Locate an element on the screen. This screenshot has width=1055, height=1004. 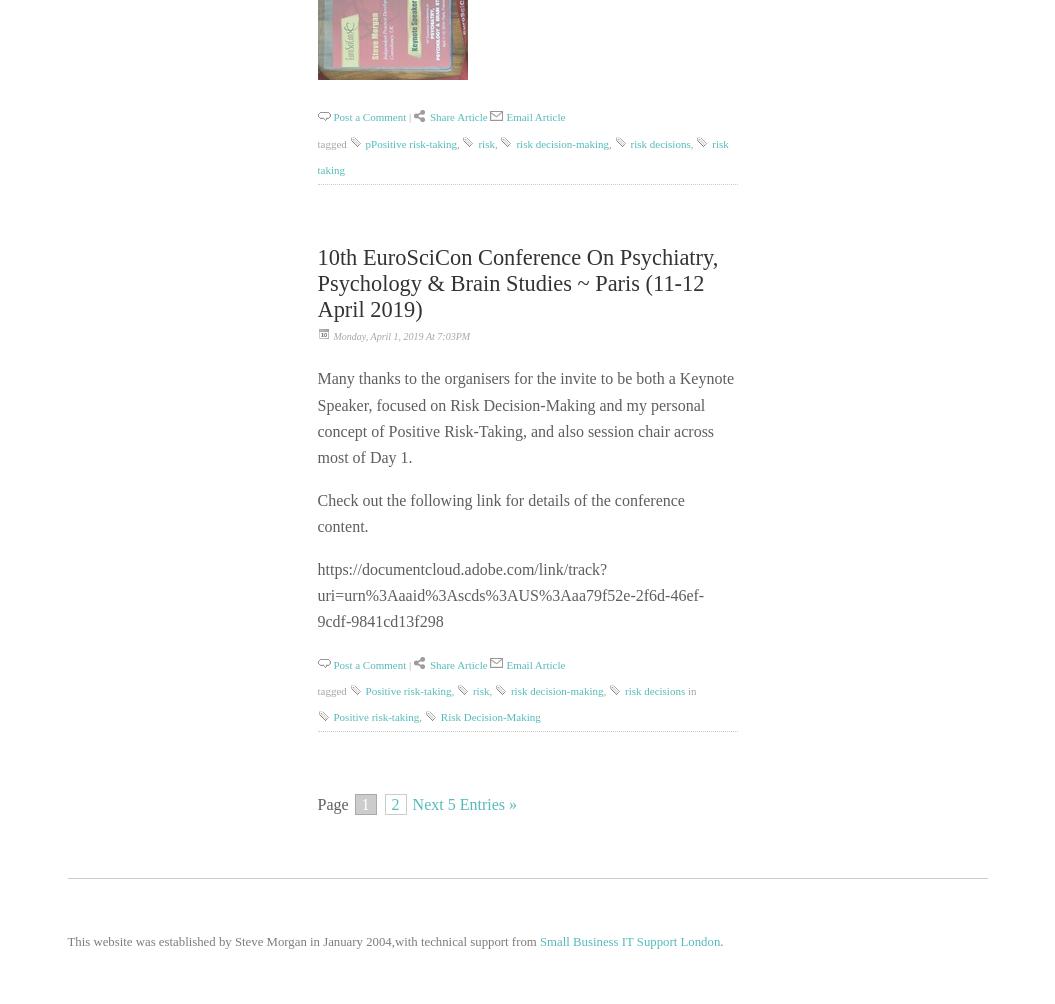
'Small Business IT Support London' is located at coordinates (629, 940).